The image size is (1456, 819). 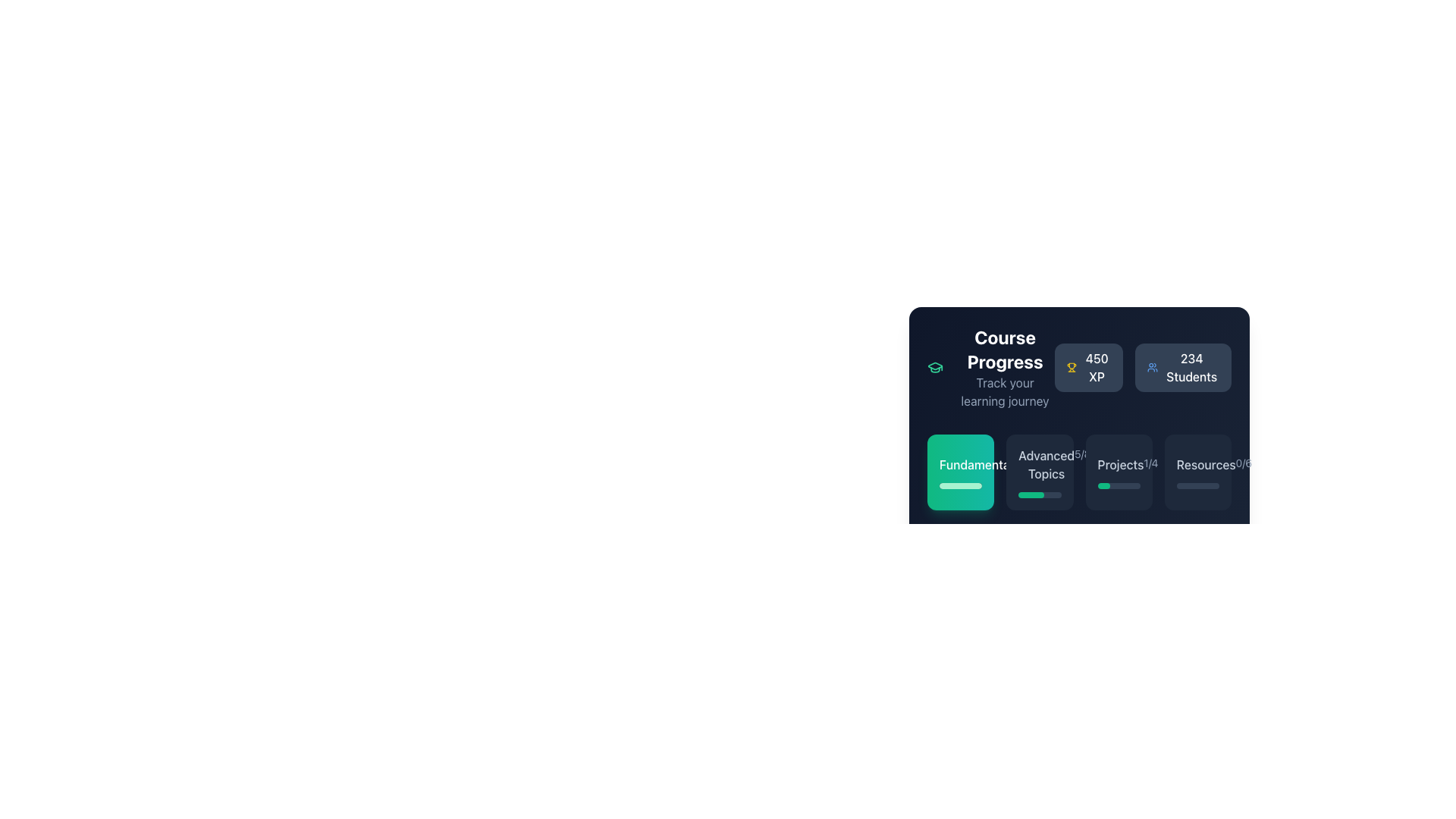 What do you see at coordinates (1005, 391) in the screenshot?
I see `the static text label displaying 'Track your learning journey', which is positioned directly beneath the 'Course Progress' heading` at bounding box center [1005, 391].